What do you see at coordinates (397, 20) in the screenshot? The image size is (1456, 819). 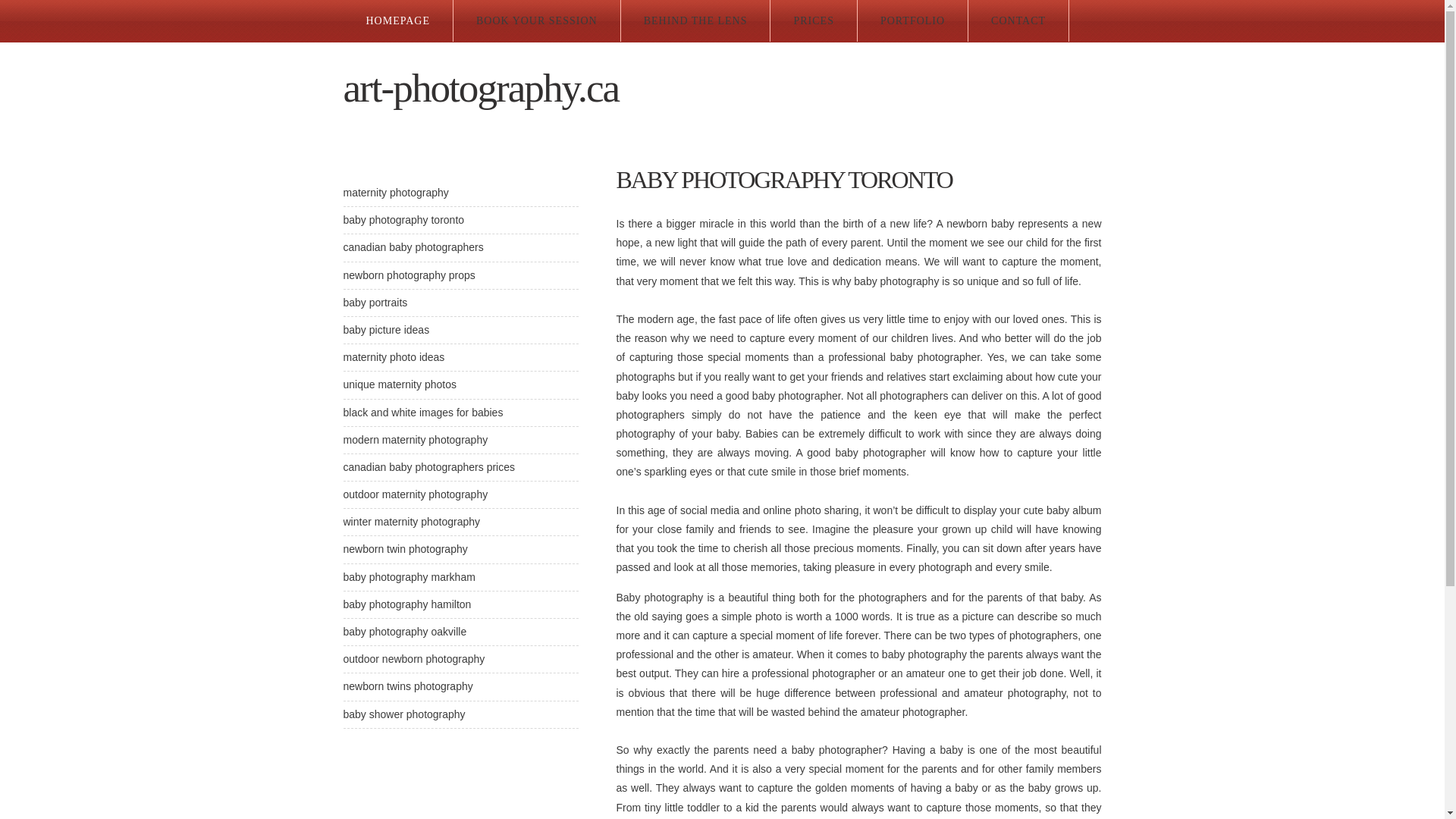 I see `'HOMEPAGE'` at bounding box center [397, 20].